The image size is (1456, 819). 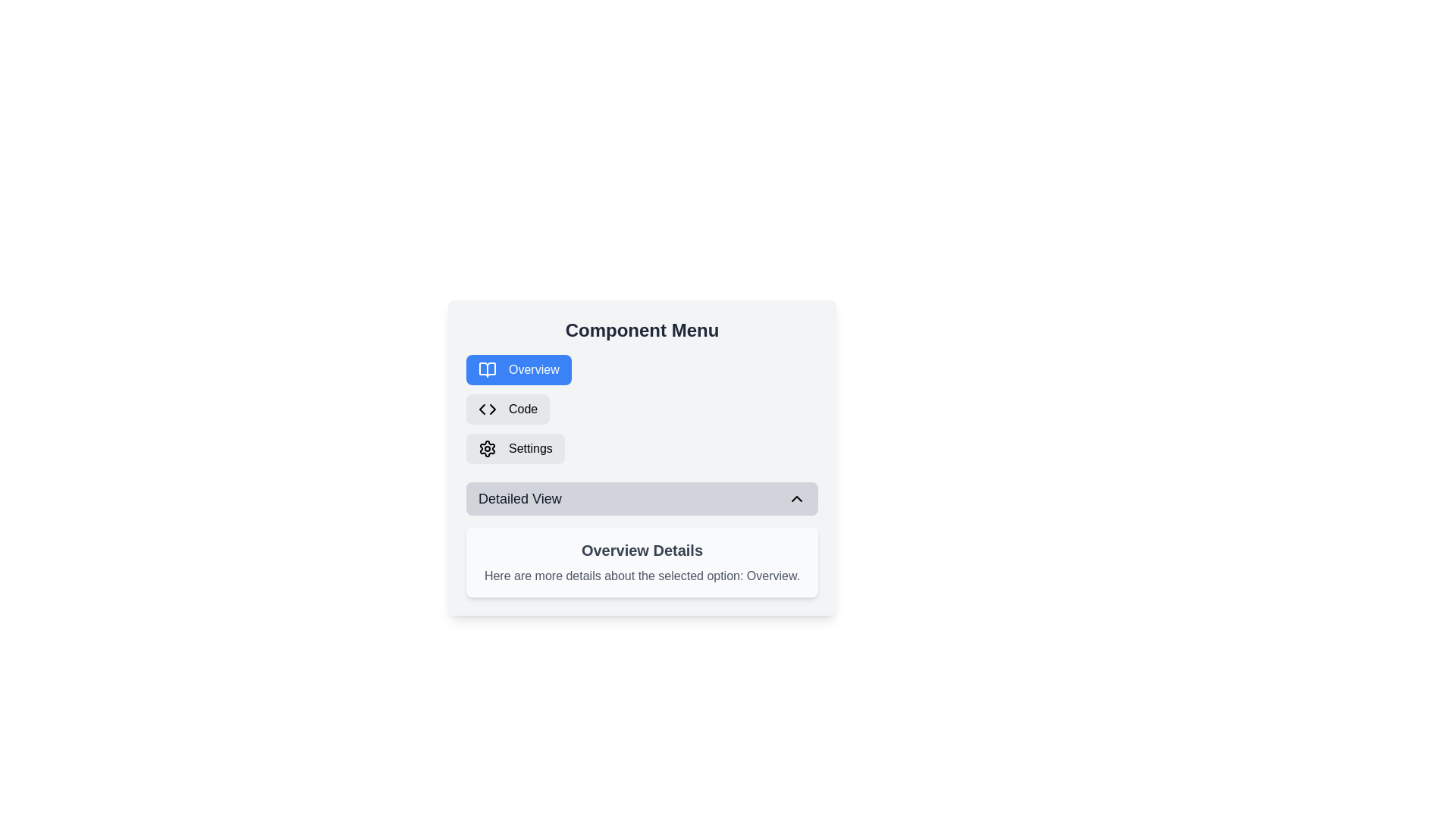 I want to click on the blue 'Overview' button, which has an icon of an open book and is located directly beneath the 'Component Menu' section heading, so click(x=519, y=370).